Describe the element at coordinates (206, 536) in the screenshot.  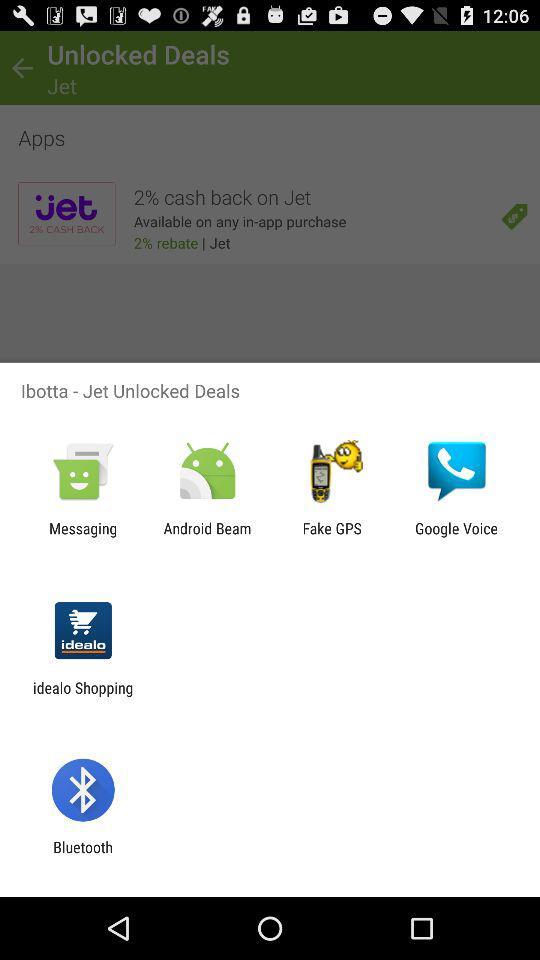
I see `the android beam icon` at that location.